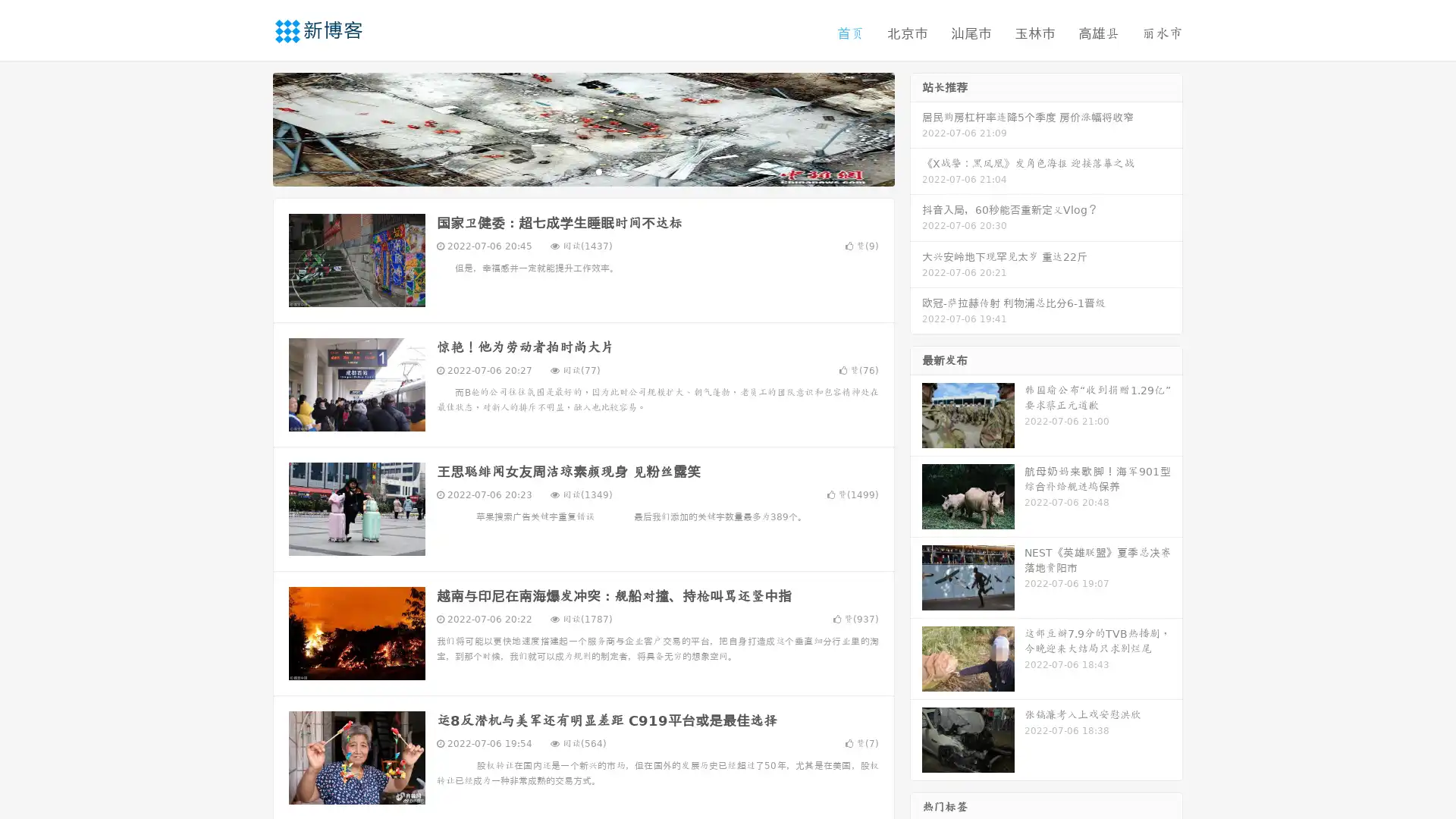 This screenshot has height=819, width=1456. What do you see at coordinates (598, 171) in the screenshot?
I see `Go to slide 3` at bounding box center [598, 171].